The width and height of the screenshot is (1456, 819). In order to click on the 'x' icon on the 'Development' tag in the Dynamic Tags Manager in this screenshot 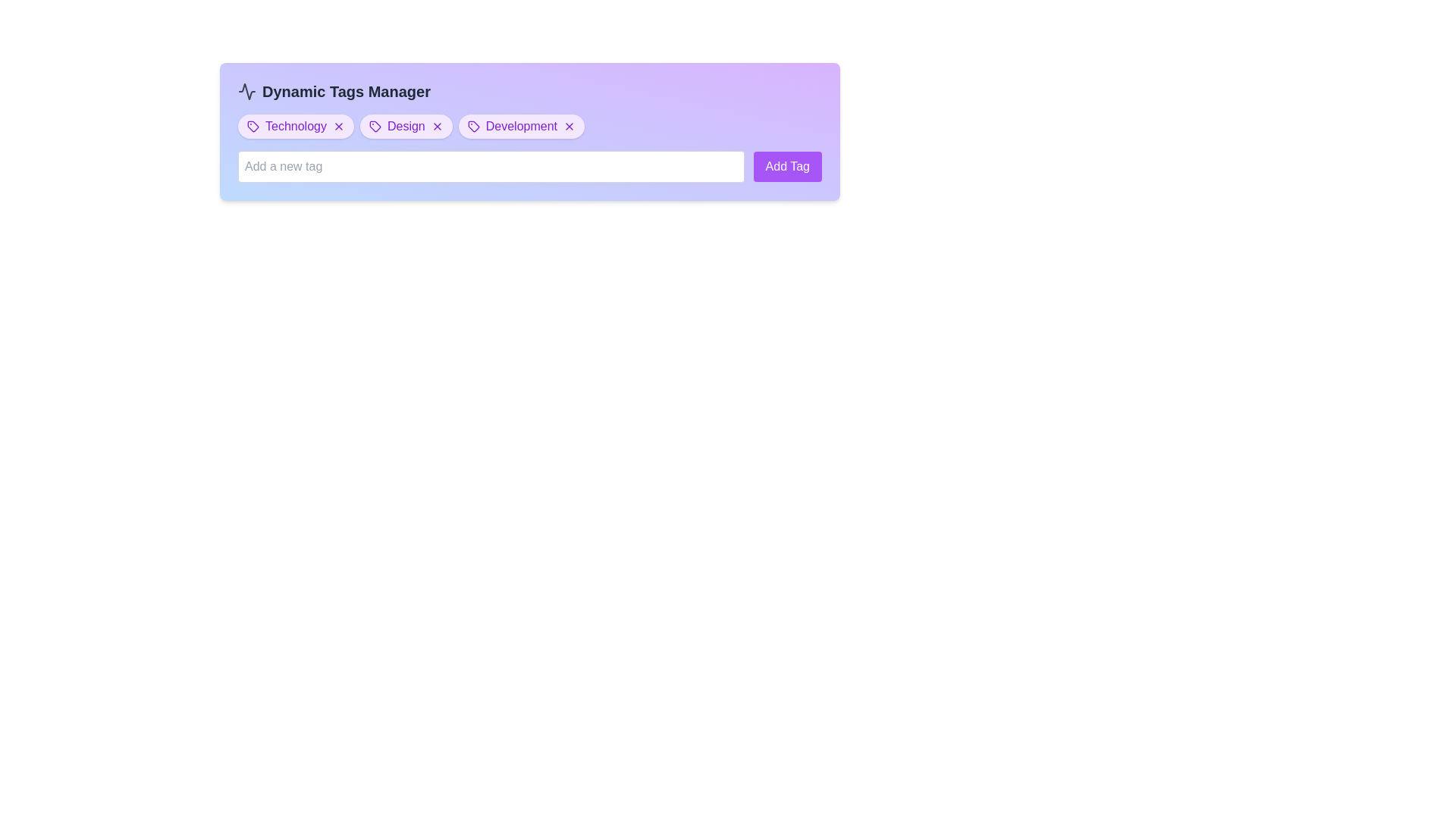, I will do `click(521, 125)`.